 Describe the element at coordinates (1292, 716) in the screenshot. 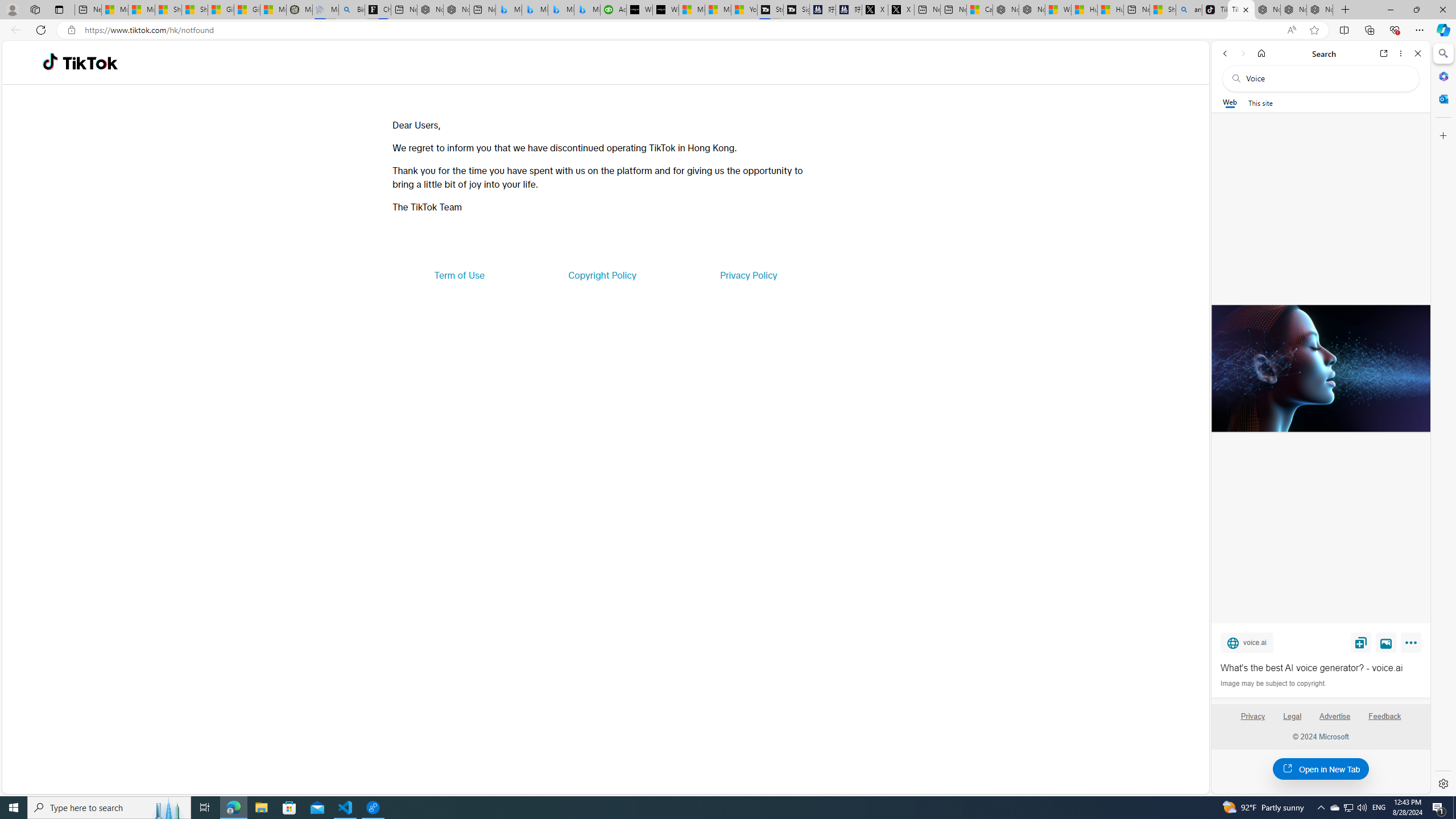

I see `'Legal'` at that location.